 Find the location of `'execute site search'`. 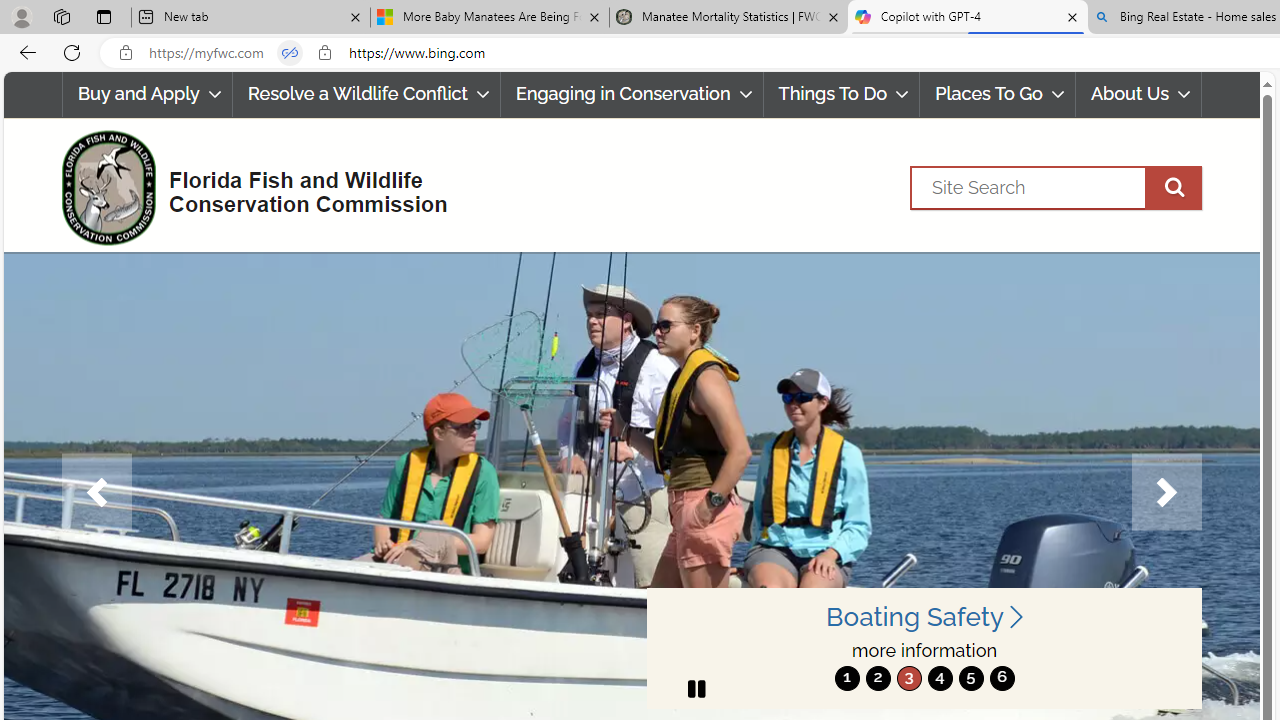

'execute site search' is located at coordinates (1173, 187).